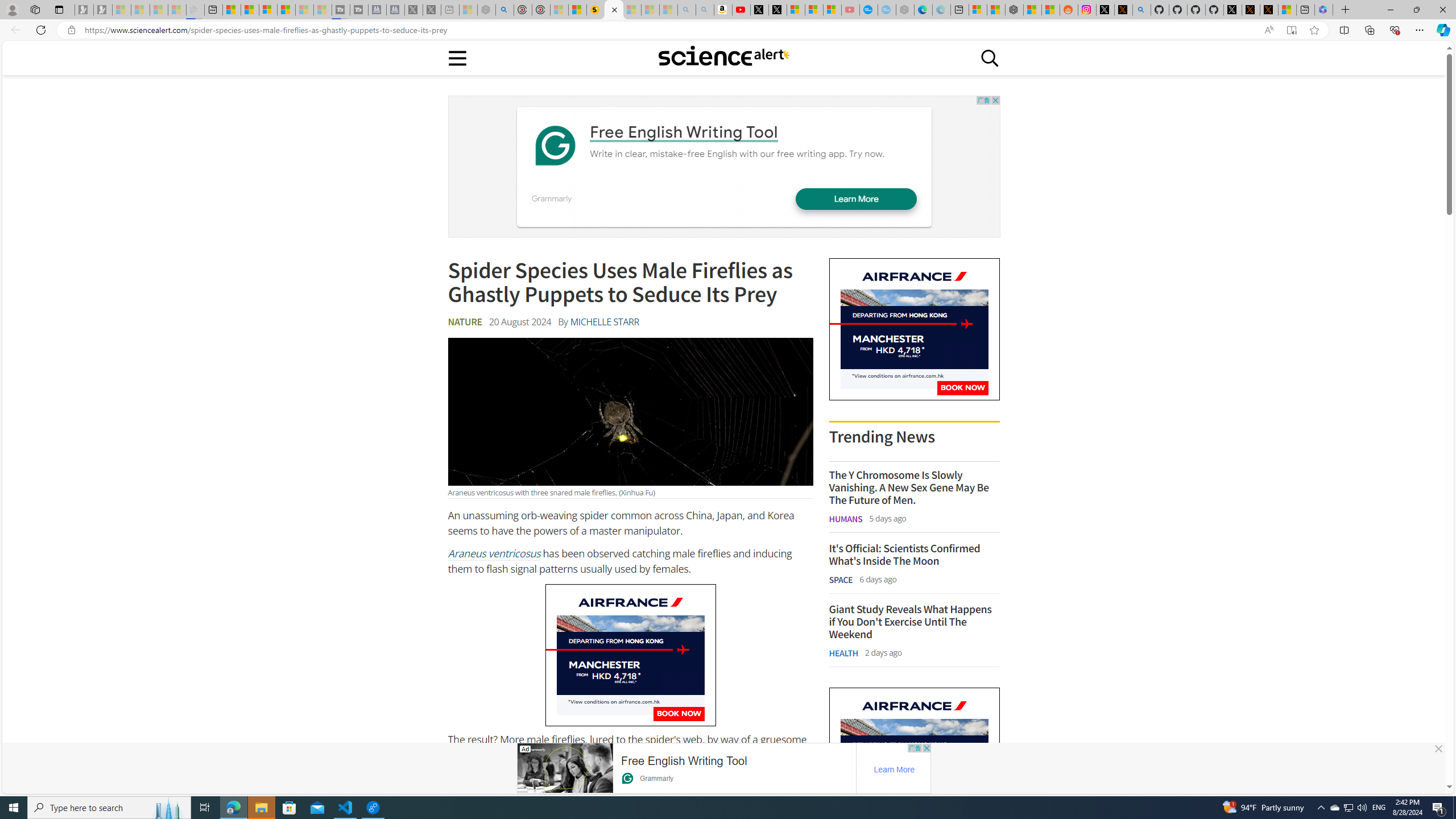 The height and width of the screenshot is (819, 1456). What do you see at coordinates (723, 55) in the screenshot?
I see `'Class: sciencealert-logo-desktop-svg '` at bounding box center [723, 55].